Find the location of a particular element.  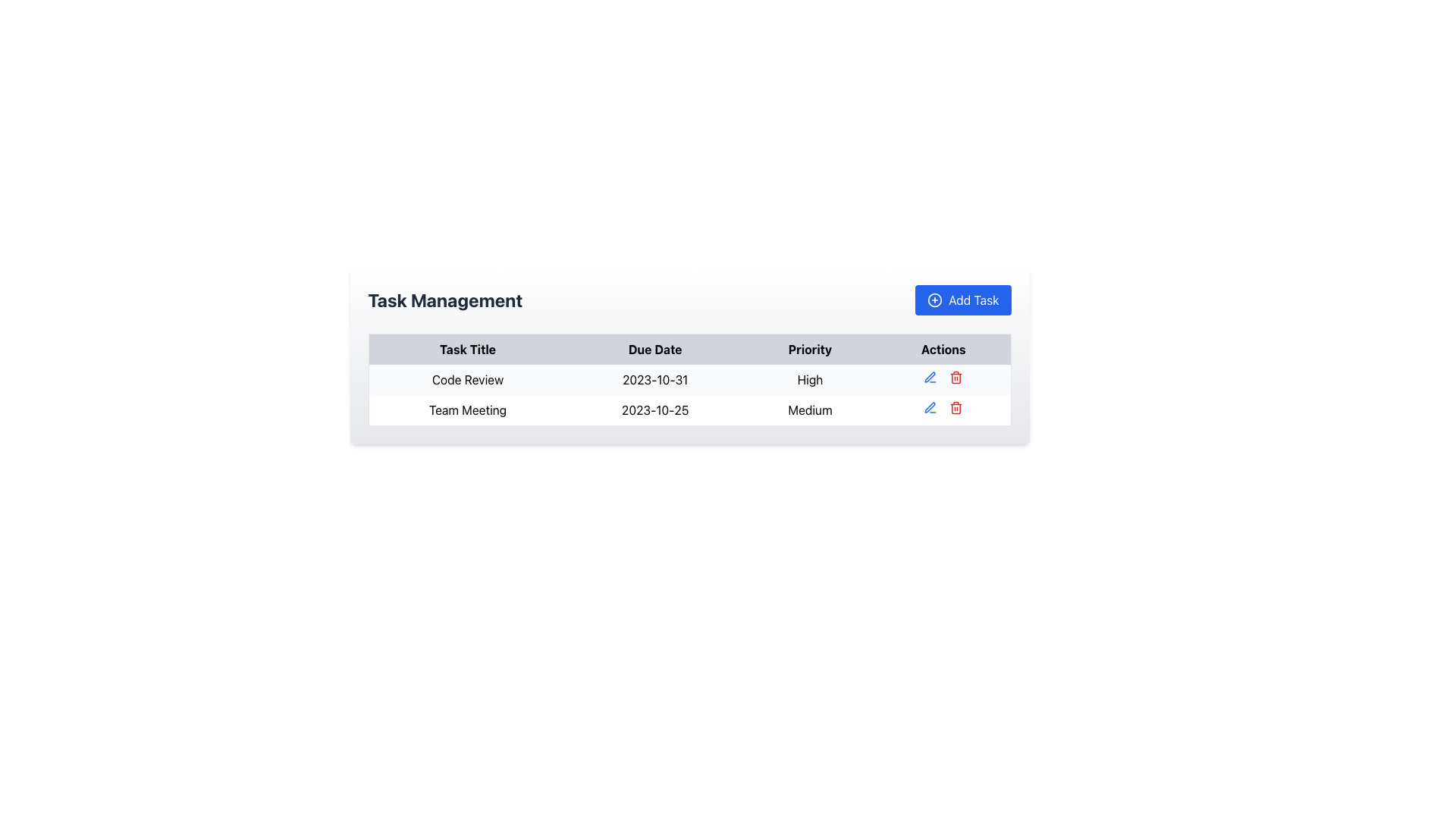

the Text Label that indicates task titles, which is the first cell in the header row of a data table is located at coordinates (466, 349).